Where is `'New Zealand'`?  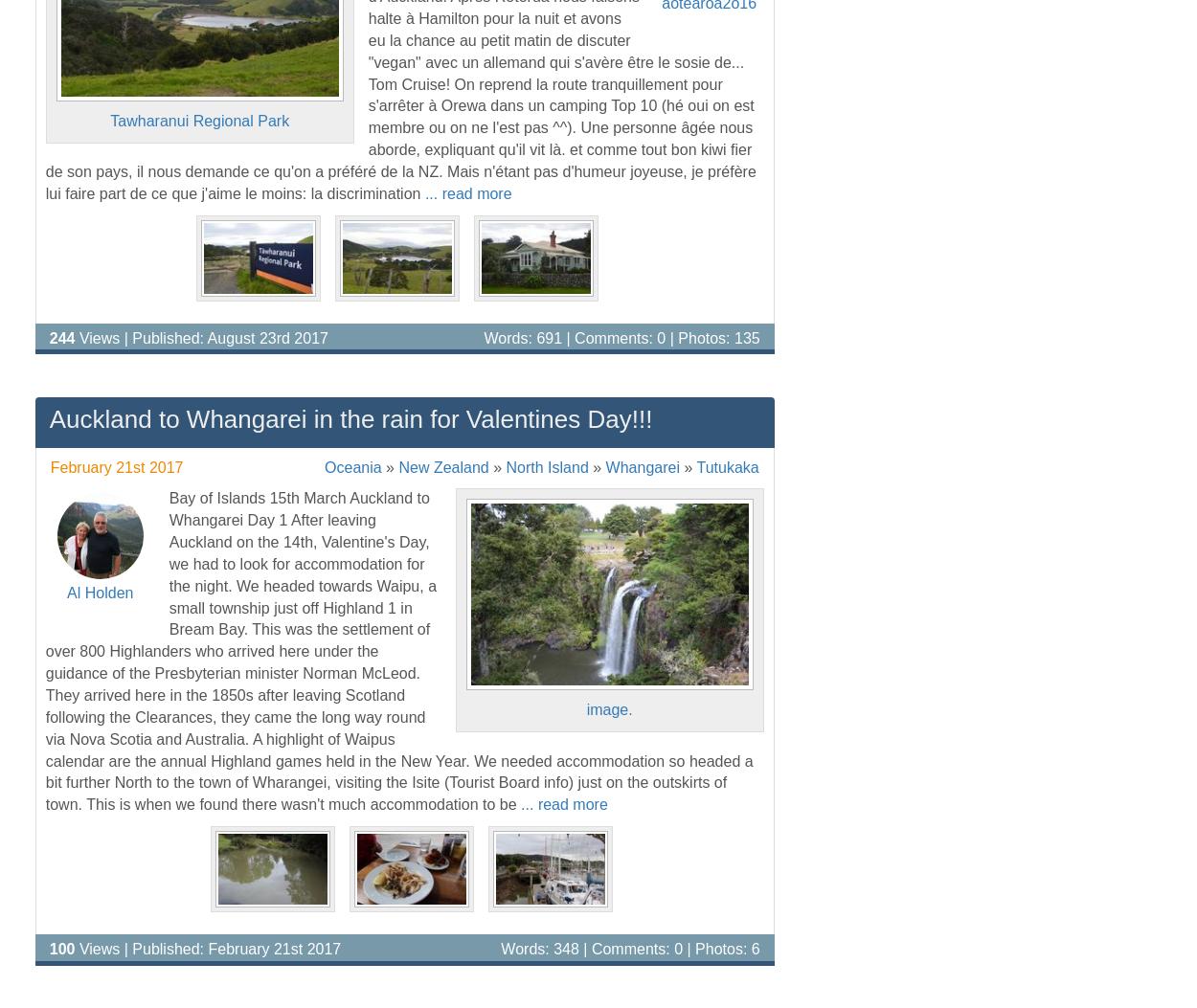
'New Zealand' is located at coordinates (442, 466).